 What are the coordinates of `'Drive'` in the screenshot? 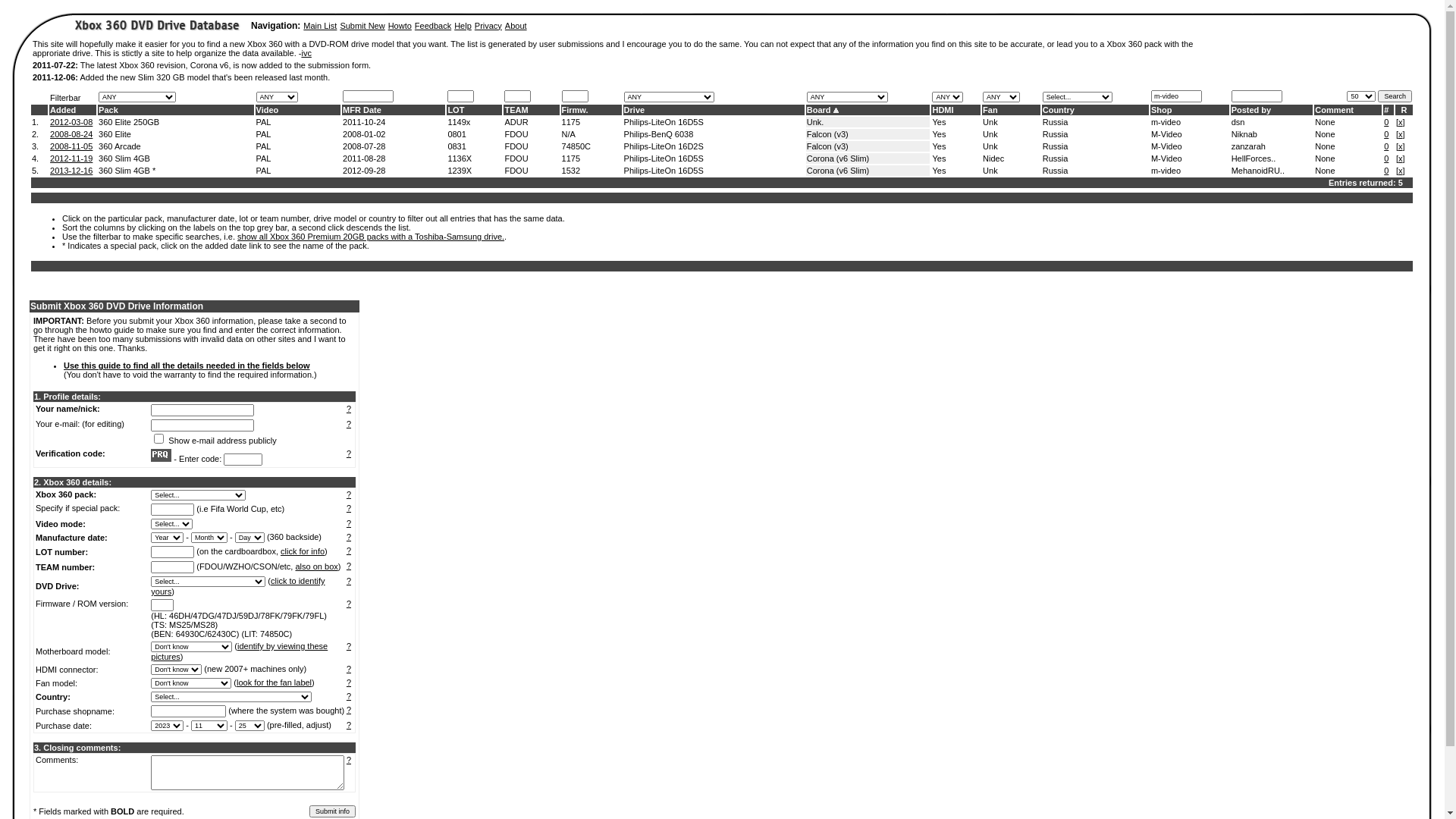 It's located at (634, 109).